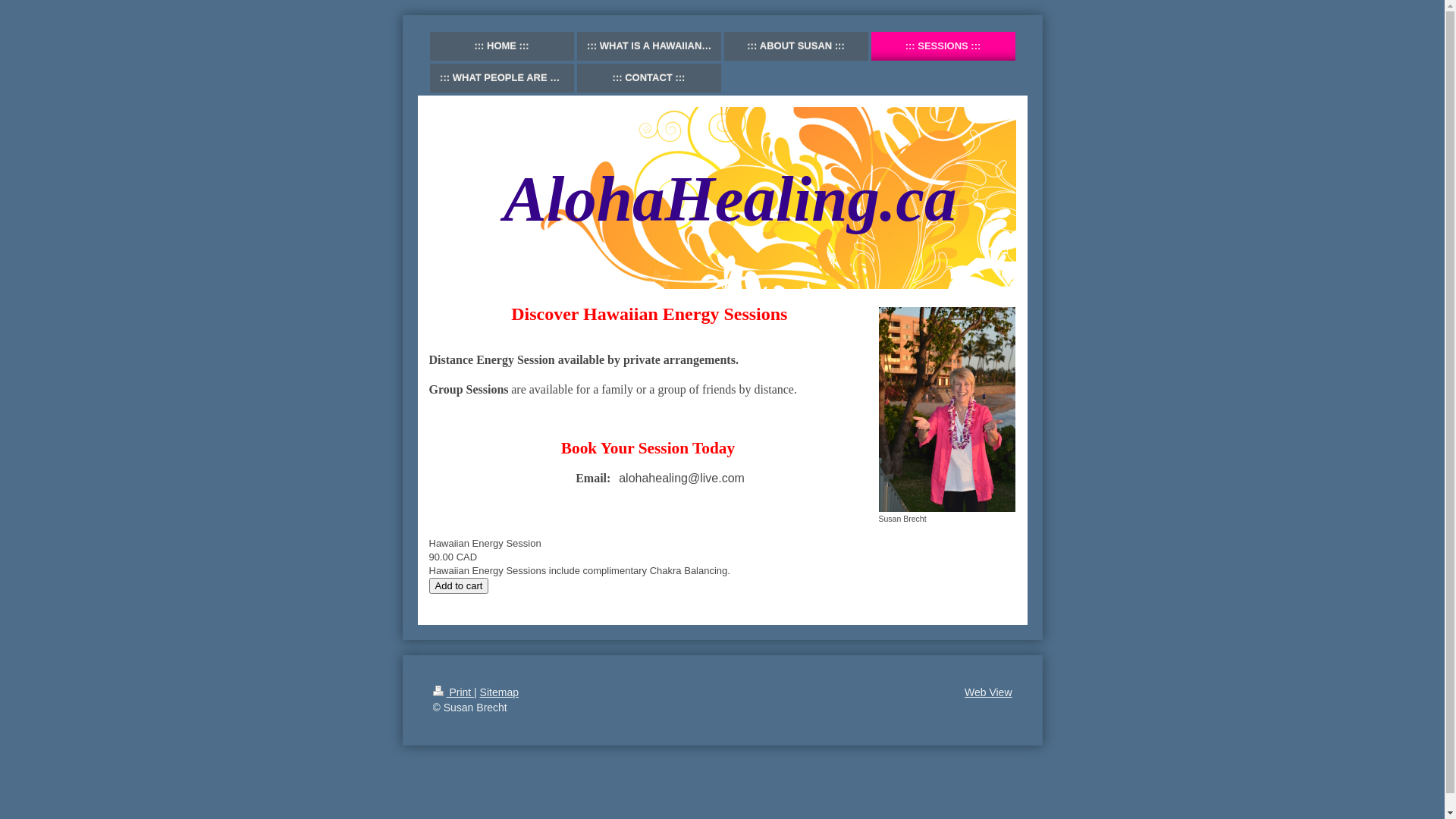 The height and width of the screenshot is (819, 1456). I want to click on 'Susan Brecht', so click(946, 415).